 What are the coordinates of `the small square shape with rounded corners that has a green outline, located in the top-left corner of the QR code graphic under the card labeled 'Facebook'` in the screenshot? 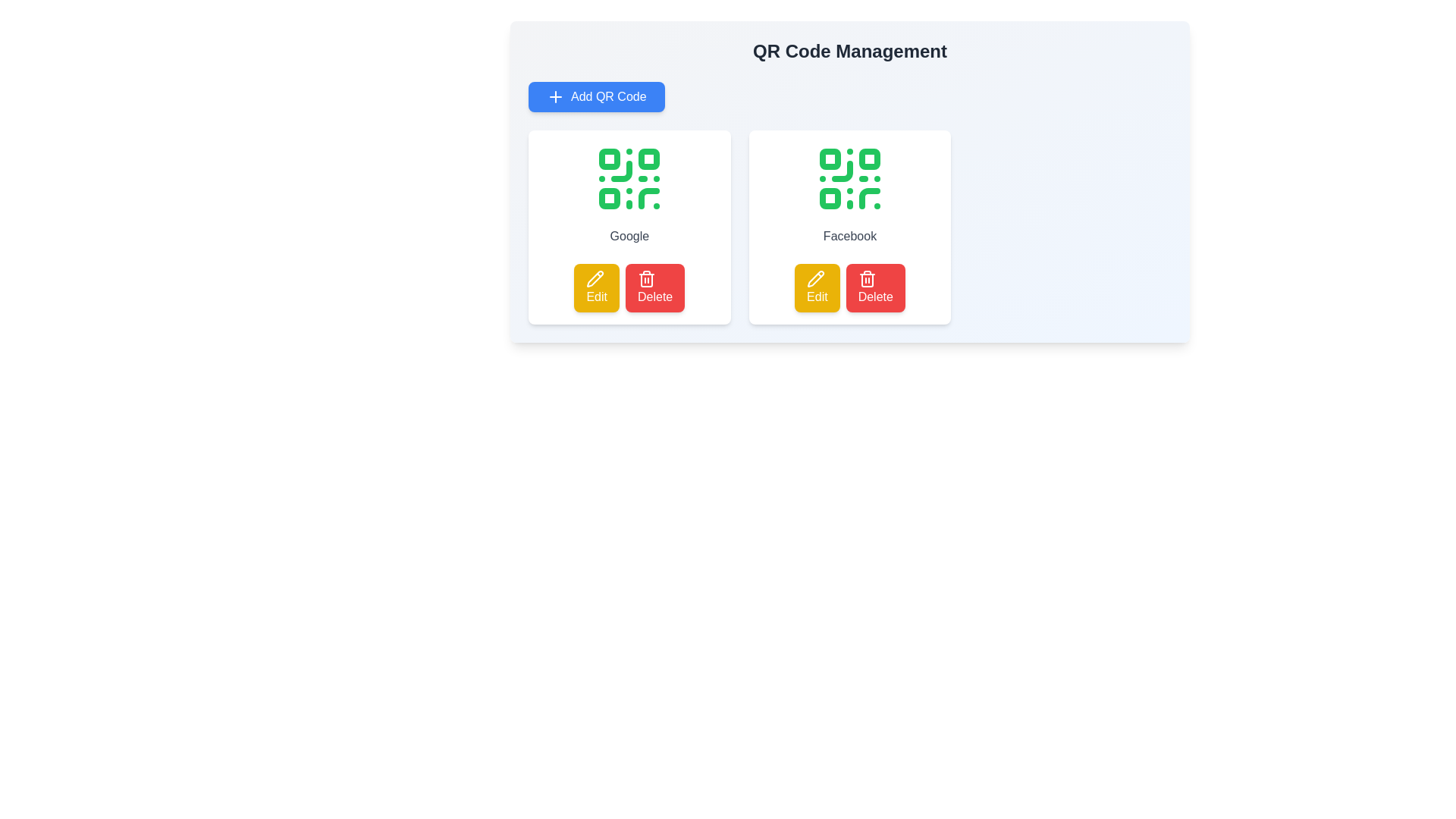 It's located at (829, 158).